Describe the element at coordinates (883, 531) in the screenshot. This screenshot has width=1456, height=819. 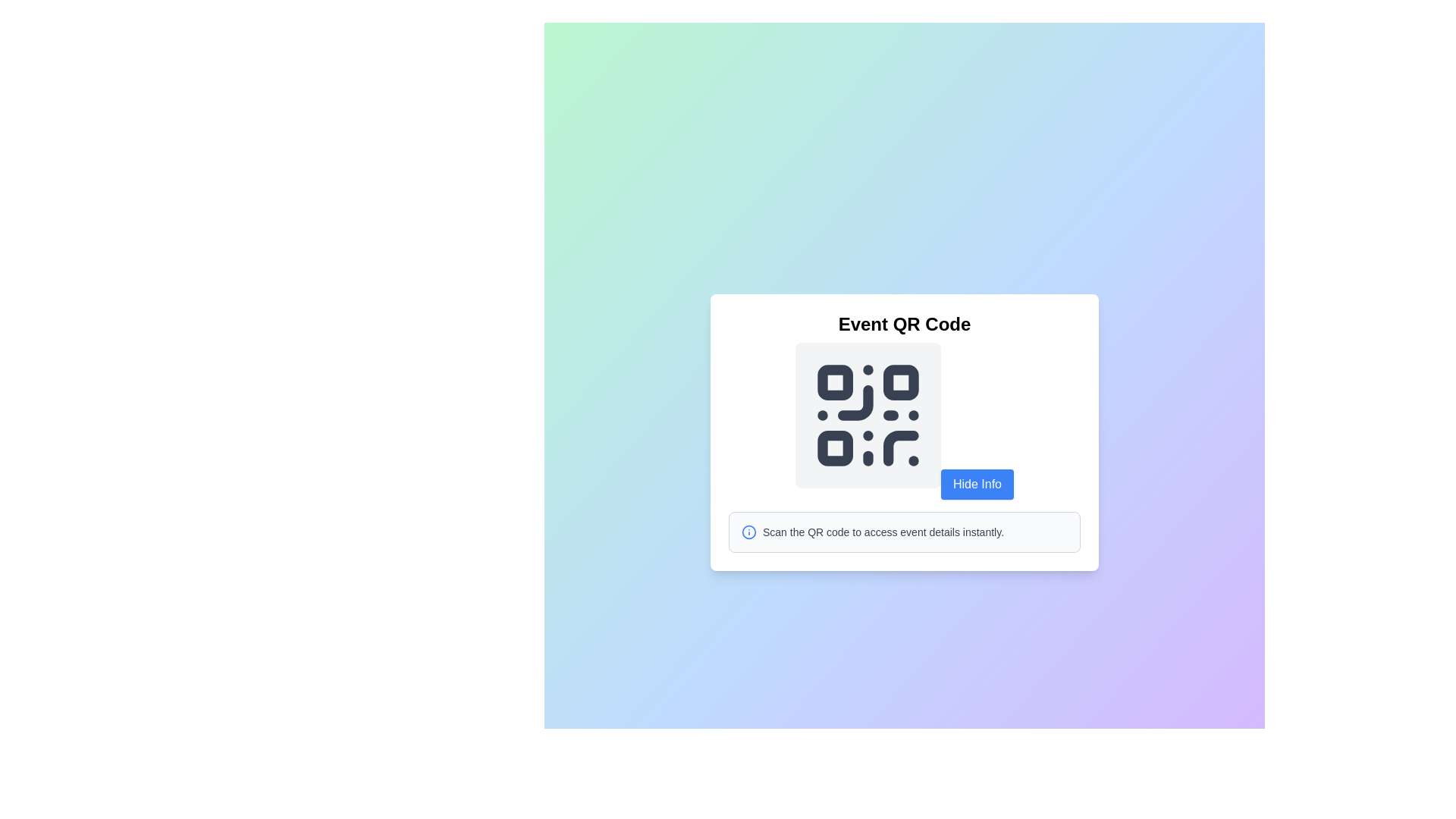
I see `the informational text label that provides instructions for scanning a QR code, located below the QR code image and to the right of a small blue circular icon` at that location.